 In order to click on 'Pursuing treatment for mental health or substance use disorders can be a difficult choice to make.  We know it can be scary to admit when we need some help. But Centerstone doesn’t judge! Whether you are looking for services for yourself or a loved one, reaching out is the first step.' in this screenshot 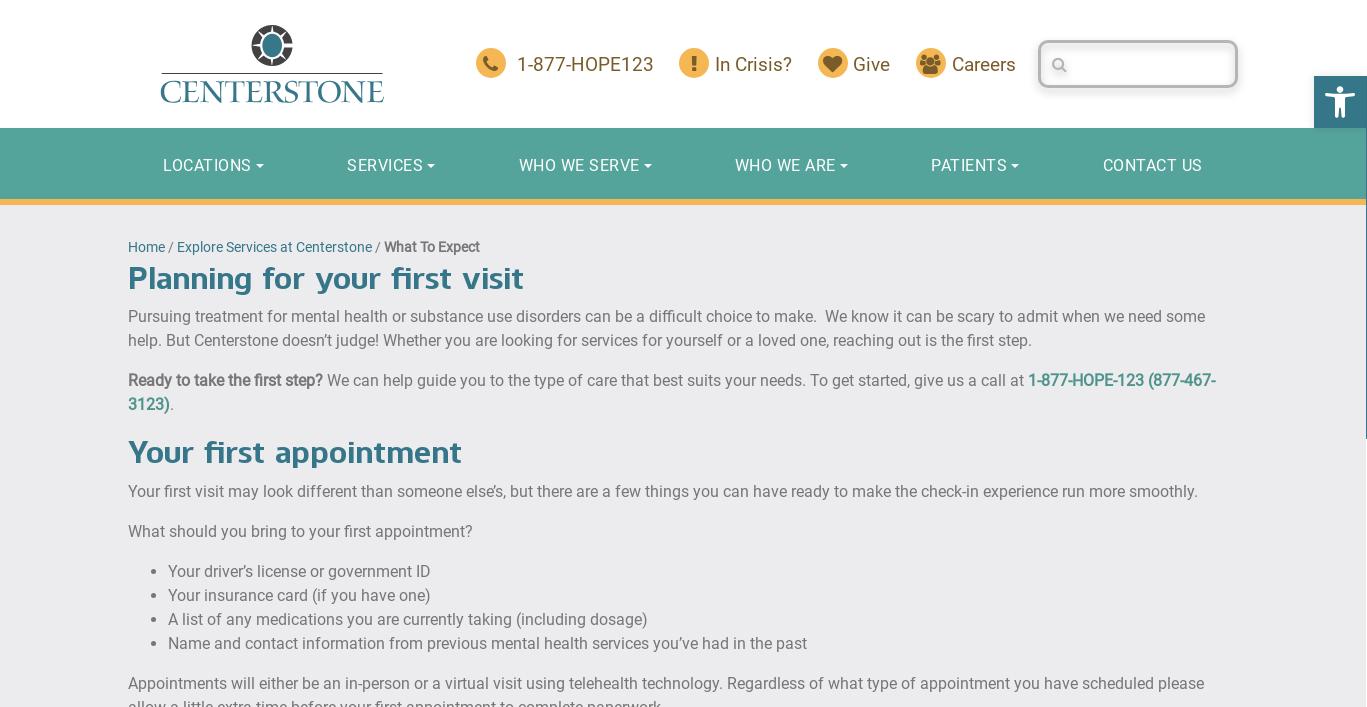, I will do `click(127, 327)`.